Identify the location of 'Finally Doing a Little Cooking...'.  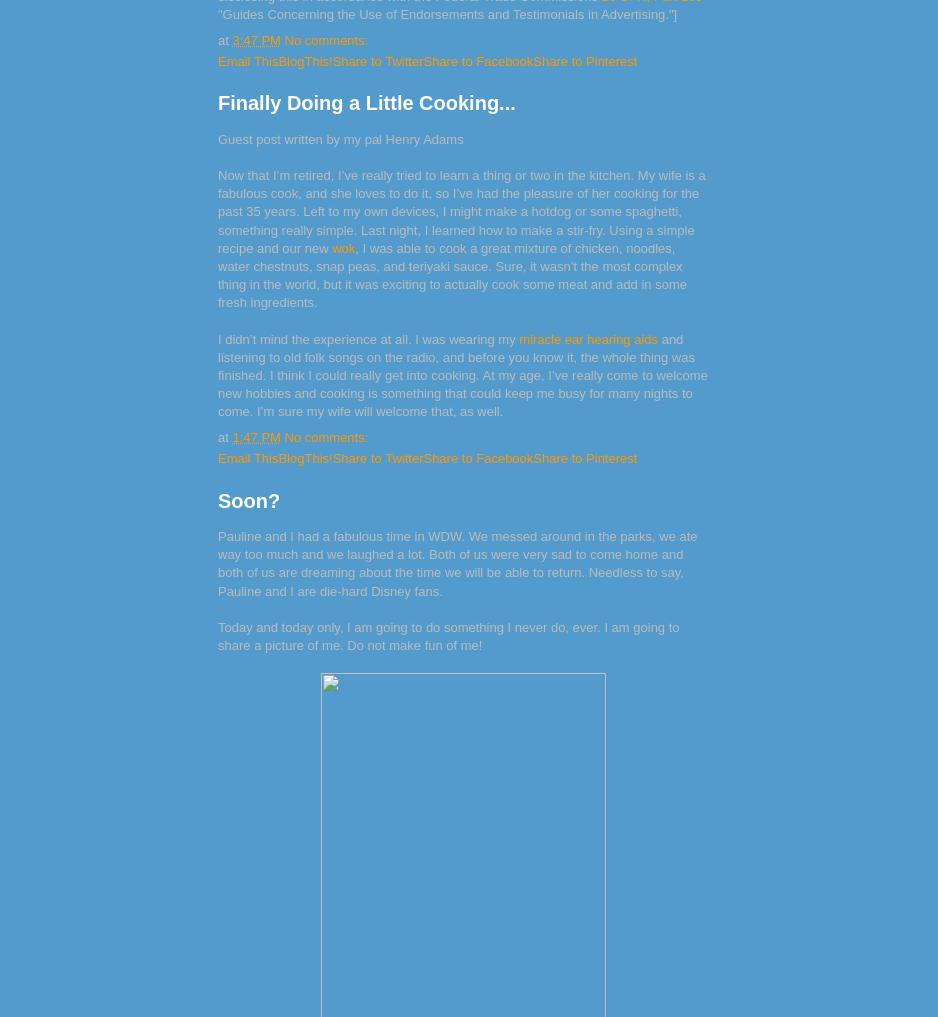
(366, 103).